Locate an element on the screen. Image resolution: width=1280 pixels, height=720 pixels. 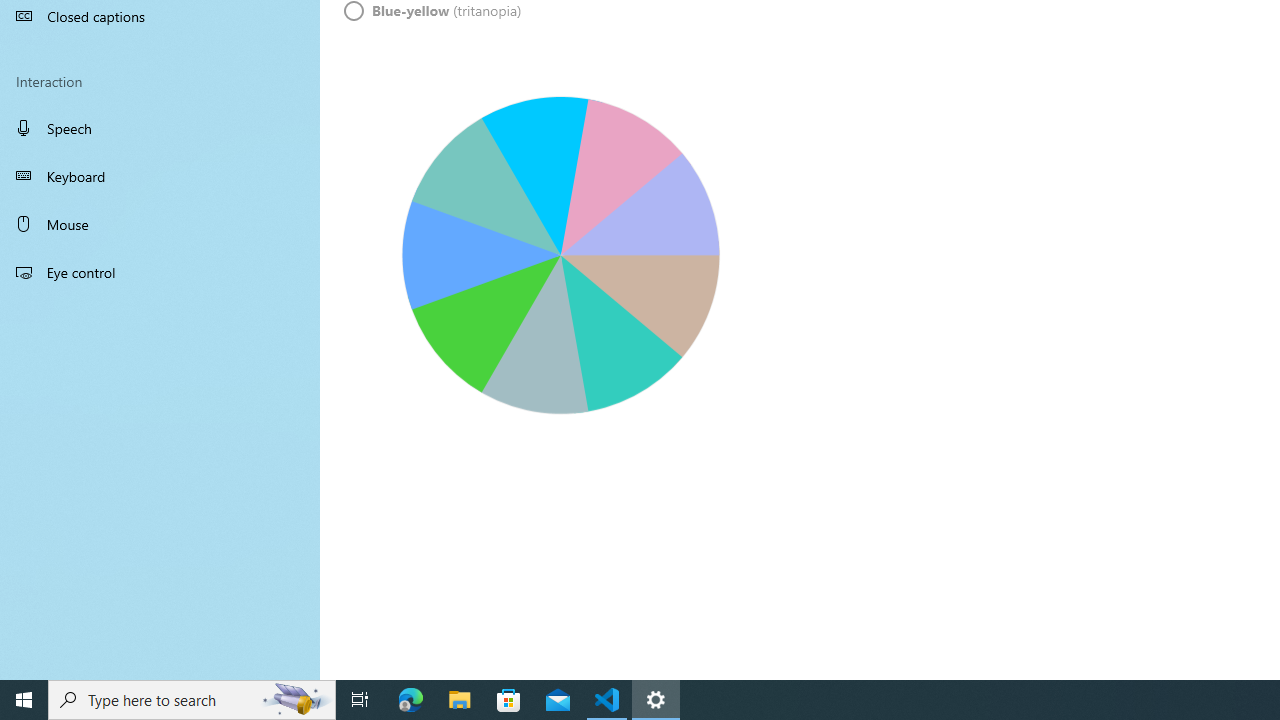
'Mouse' is located at coordinates (160, 223).